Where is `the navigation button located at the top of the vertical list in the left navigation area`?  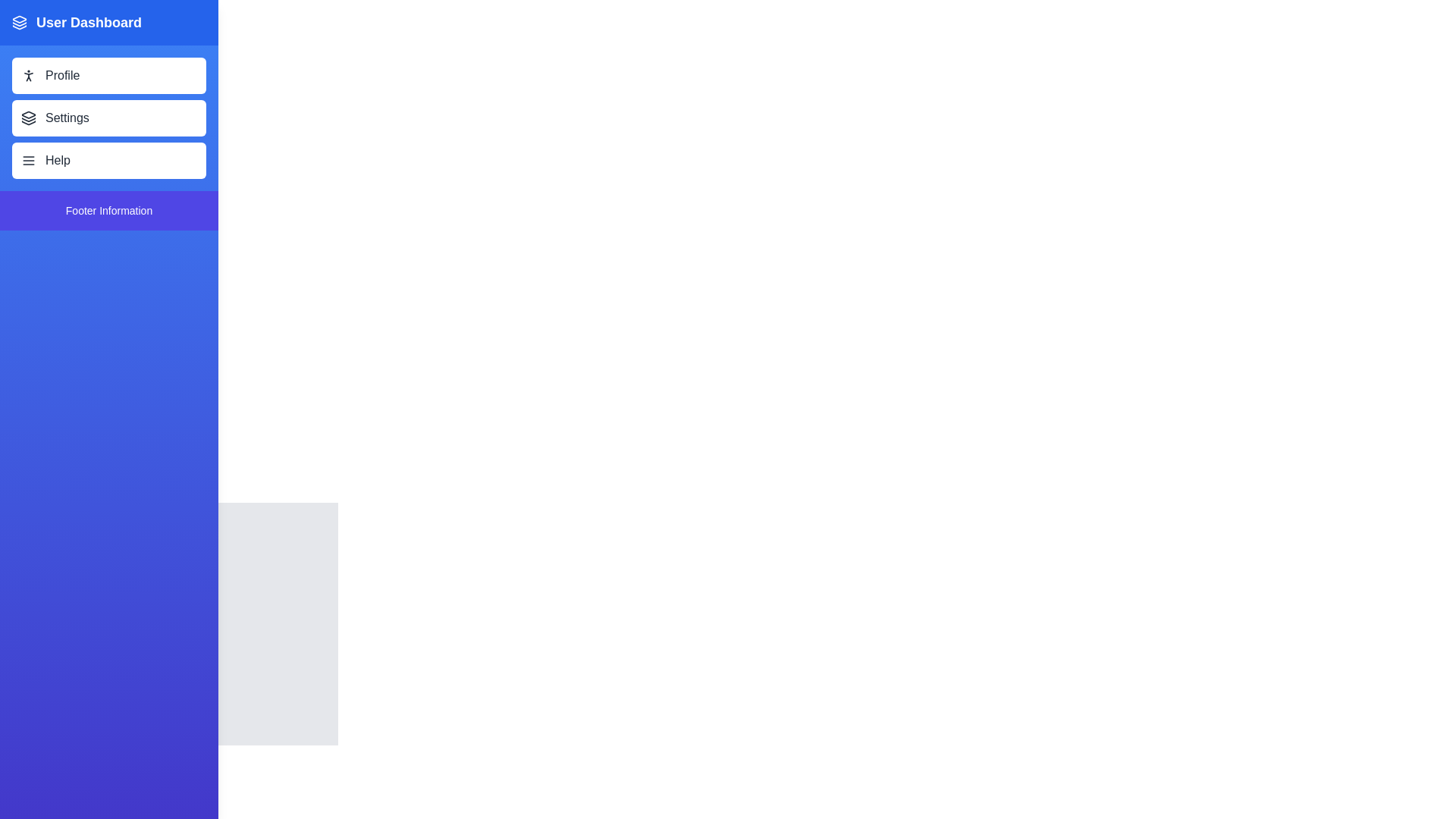
the navigation button located at the top of the vertical list in the left navigation area is located at coordinates (108, 76).